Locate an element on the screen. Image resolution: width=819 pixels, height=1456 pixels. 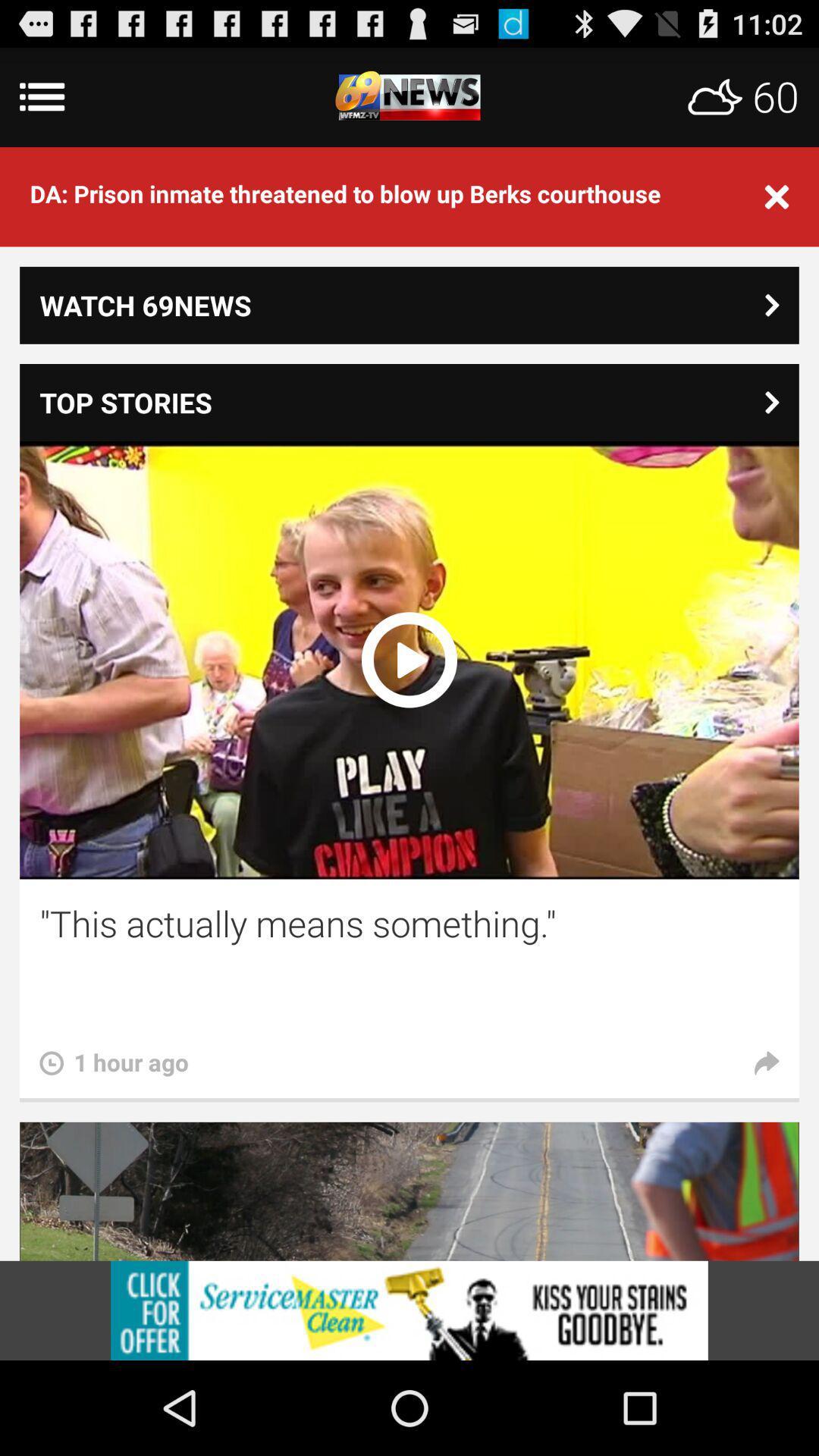
advertisement banner is located at coordinates (409, 1310).